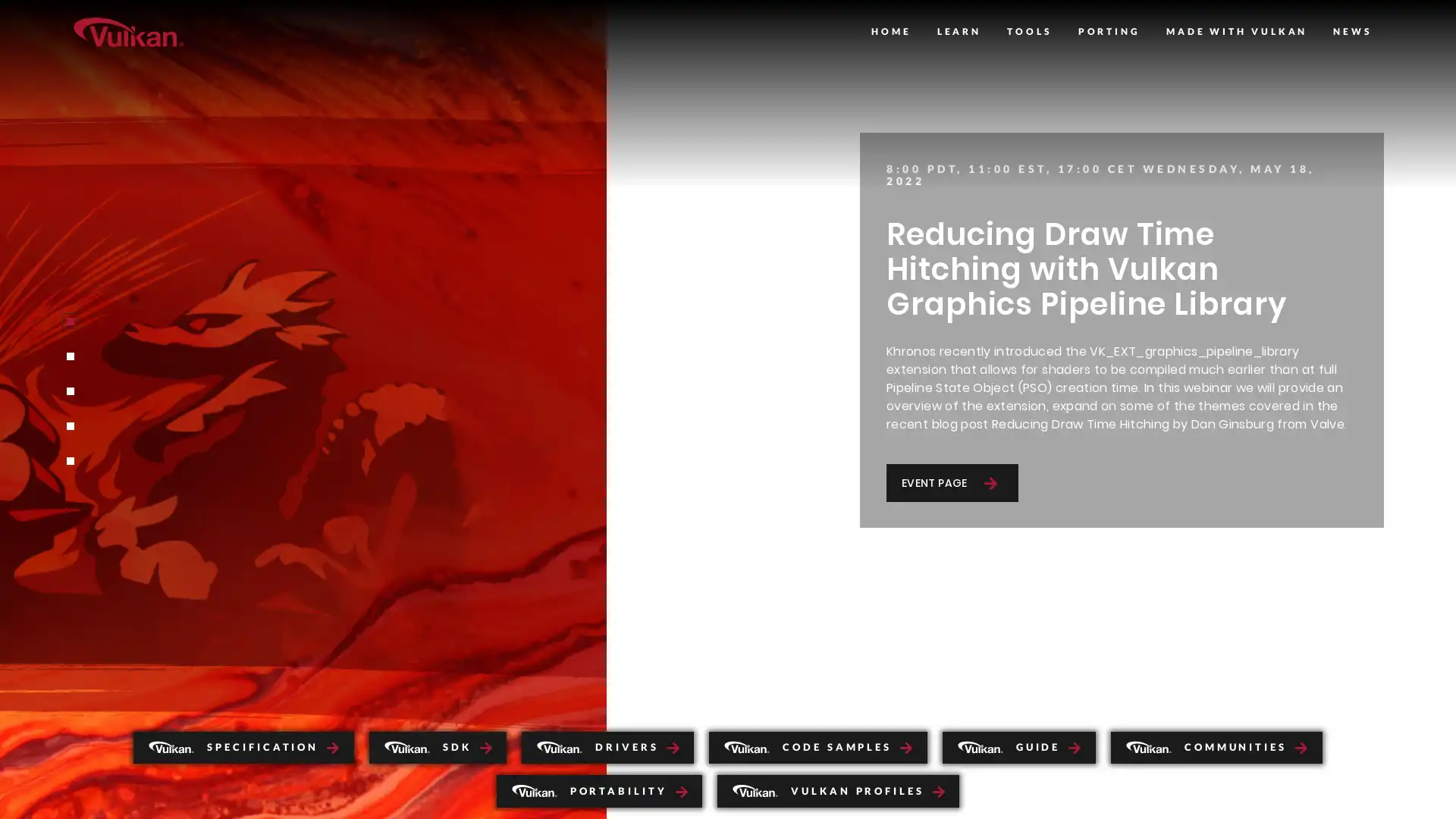 The width and height of the screenshot is (1456, 819). I want to click on 4, so click(68, 426).